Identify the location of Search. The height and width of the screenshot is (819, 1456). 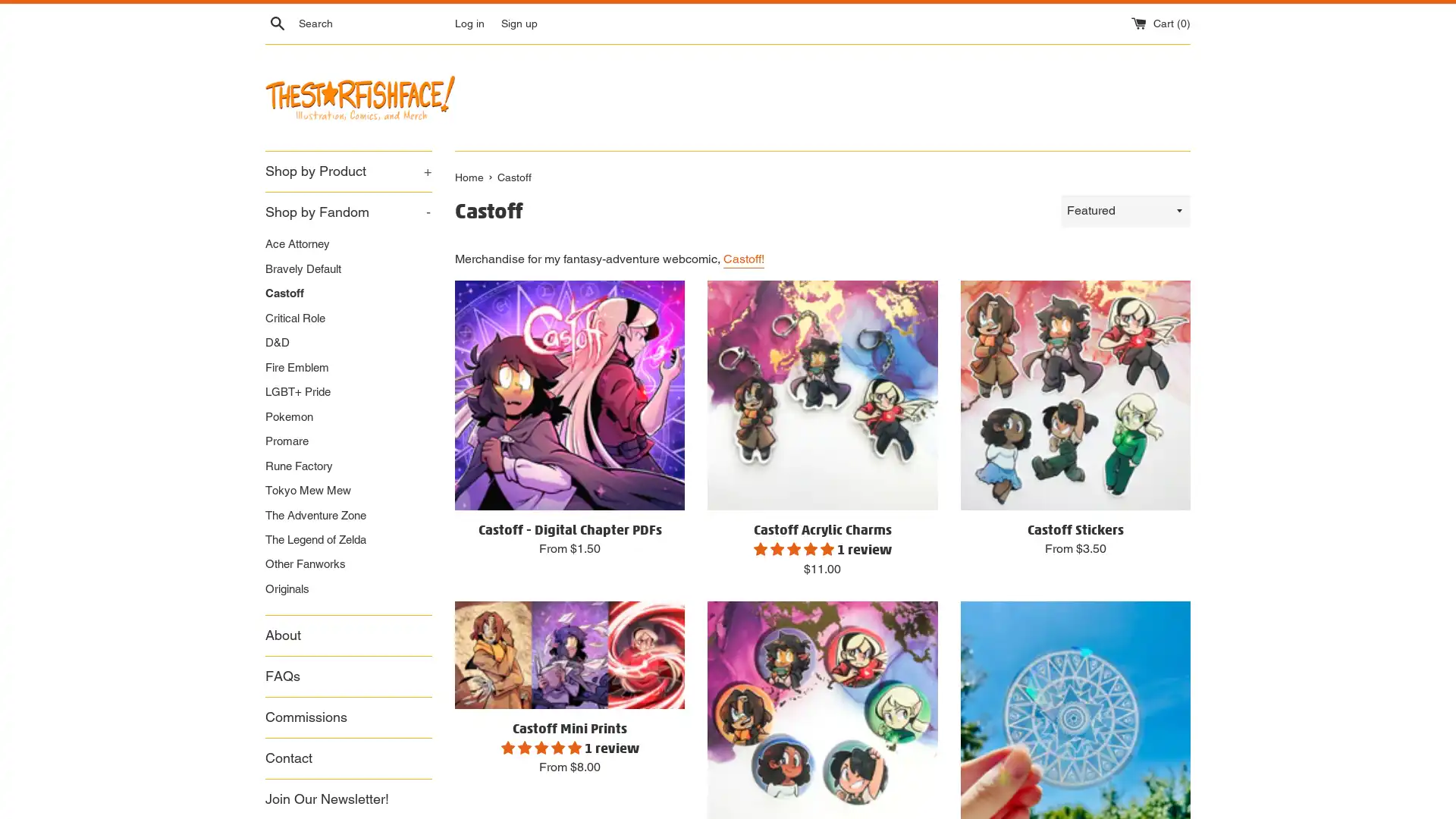
(277, 23).